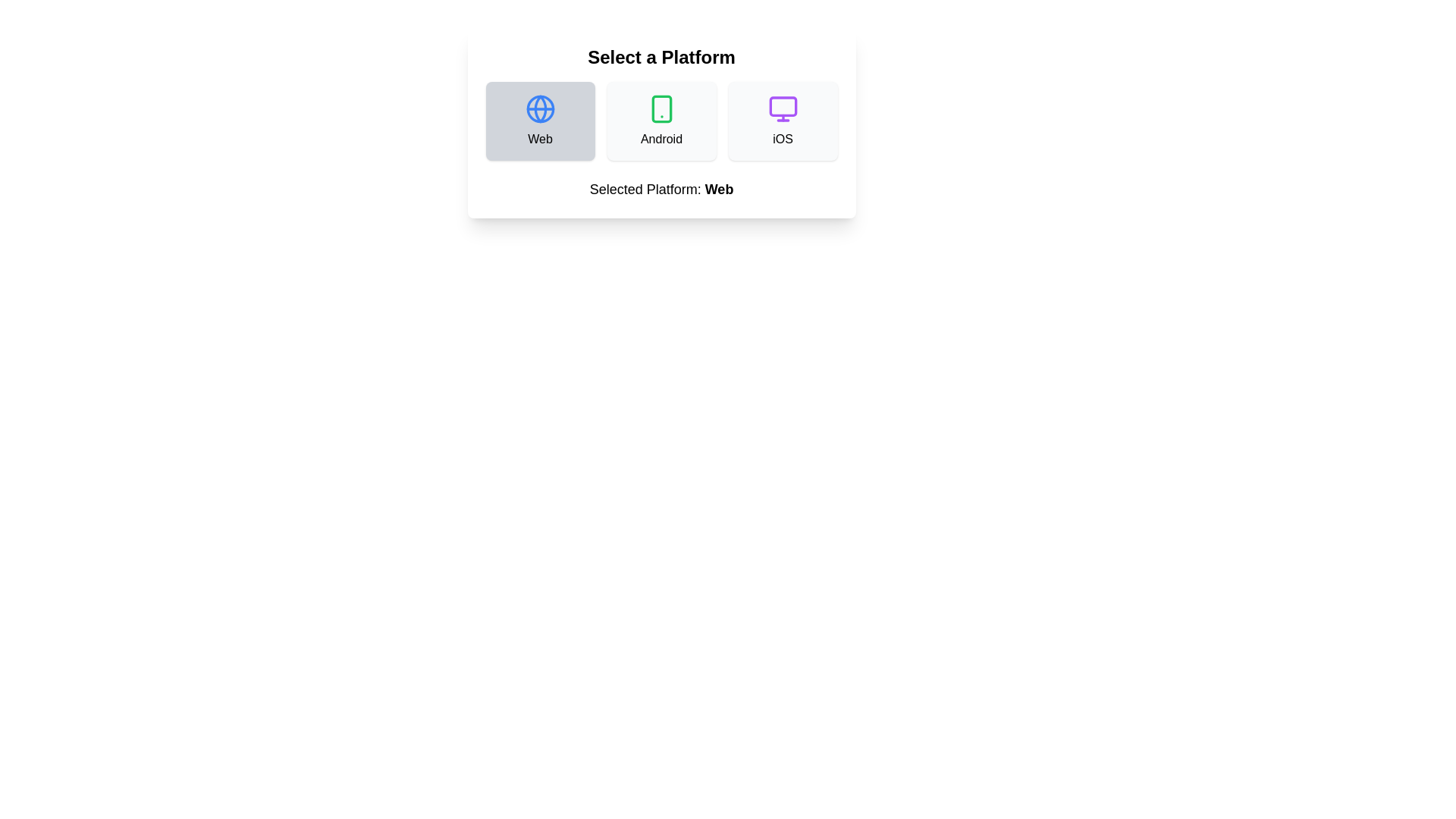  I want to click on the platform Android by clicking its corresponding button, so click(661, 120).